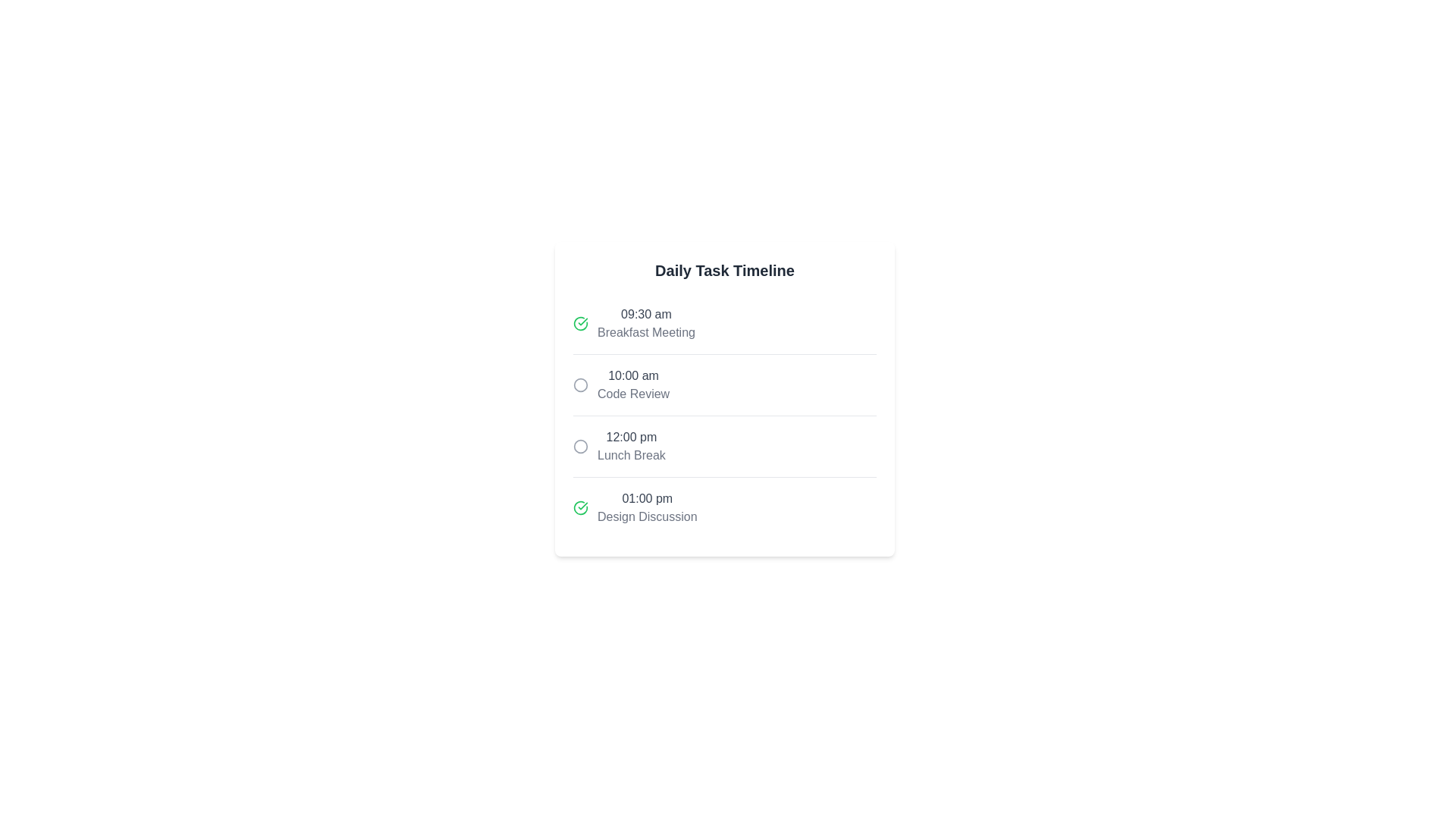 The width and height of the screenshot is (1456, 819). What do you see at coordinates (646, 332) in the screenshot?
I see `the 'Breakfast Meeting' label, which is styled in light gray and is positioned beneath the '09:30 am' text in a vertical timeline list` at bounding box center [646, 332].